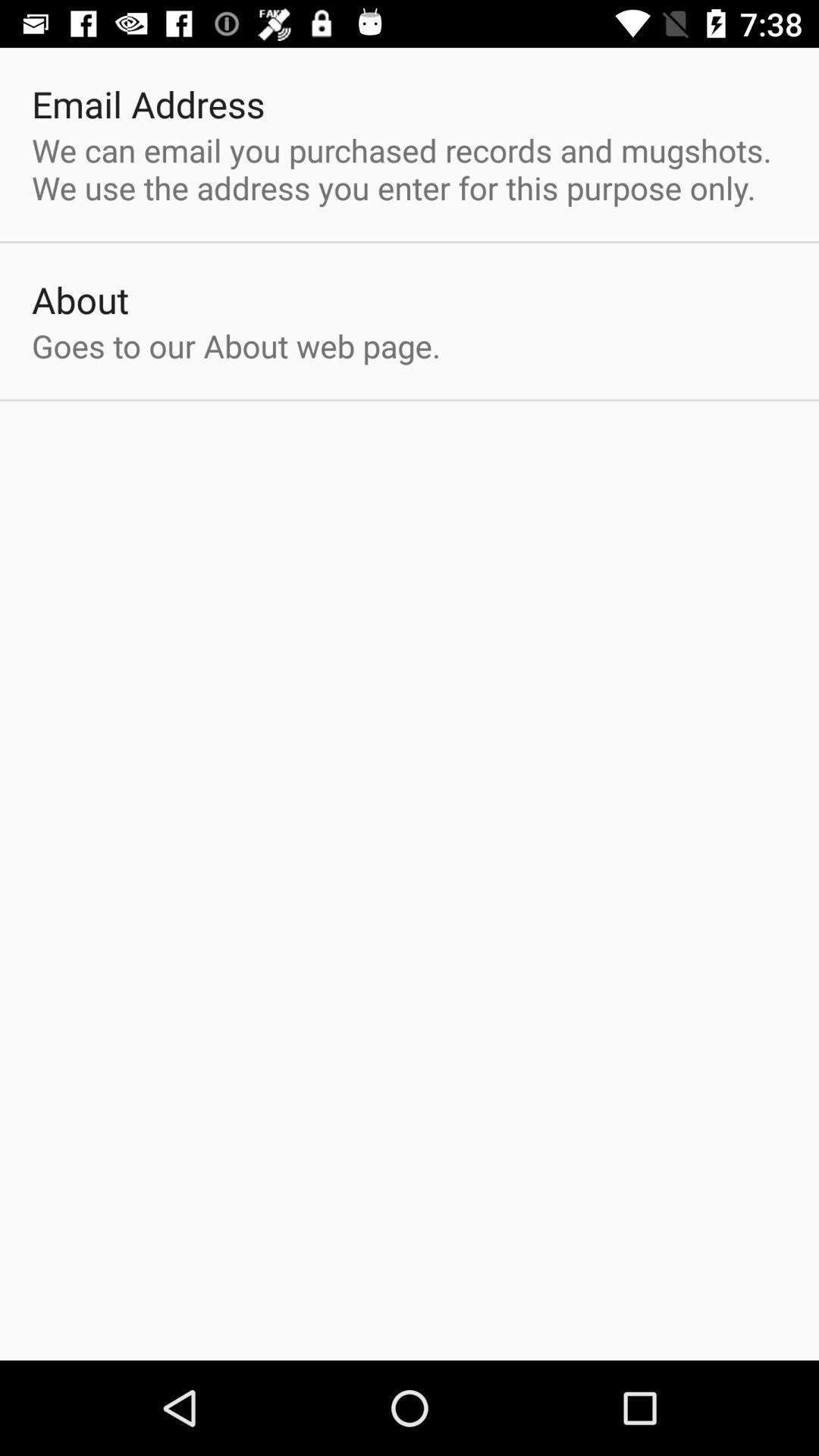 The width and height of the screenshot is (819, 1456). What do you see at coordinates (236, 345) in the screenshot?
I see `app below about icon` at bounding box center [236, 345].